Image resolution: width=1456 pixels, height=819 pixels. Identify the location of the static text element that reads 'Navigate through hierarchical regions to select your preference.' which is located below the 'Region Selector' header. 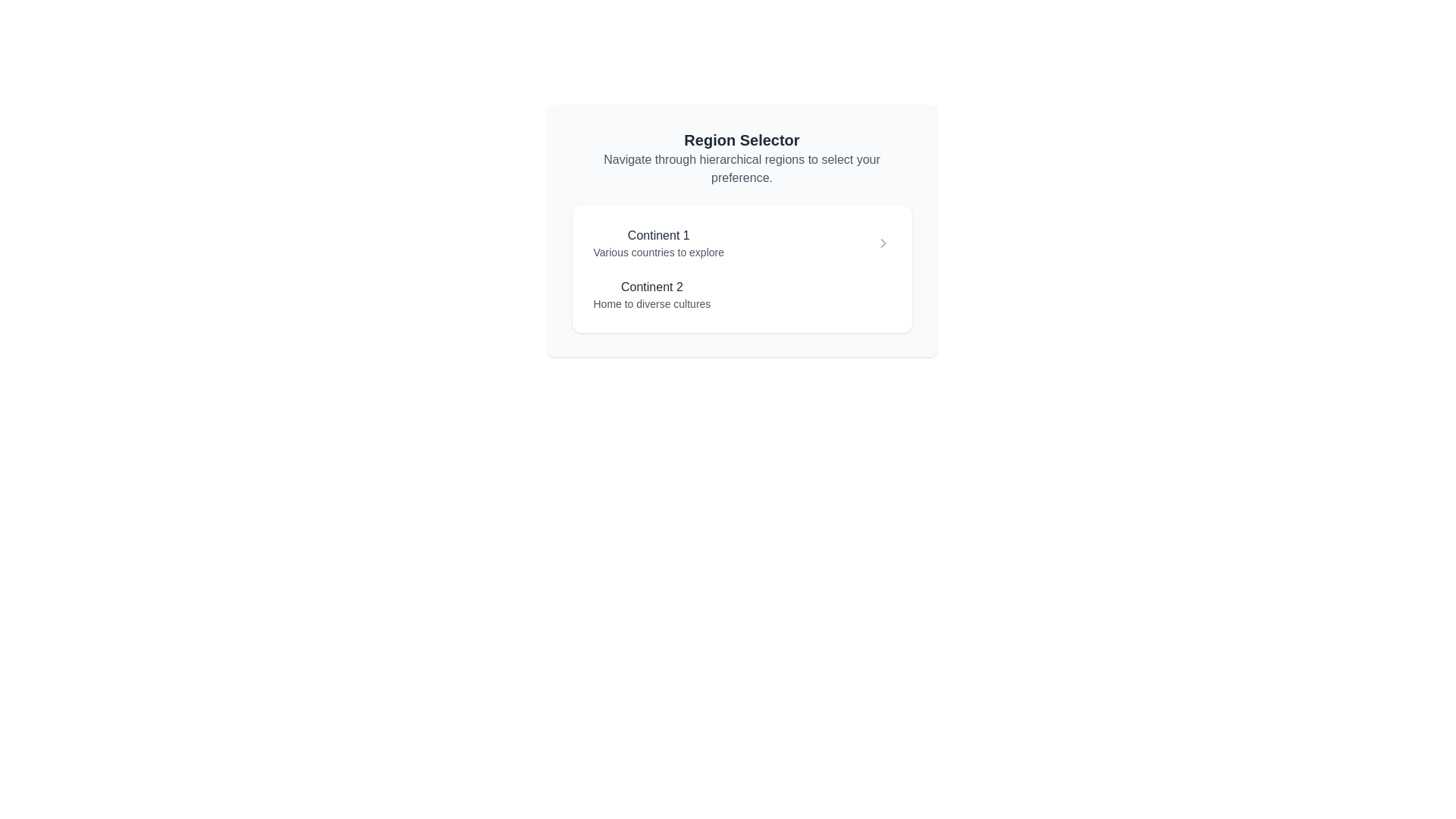
(742, 169).